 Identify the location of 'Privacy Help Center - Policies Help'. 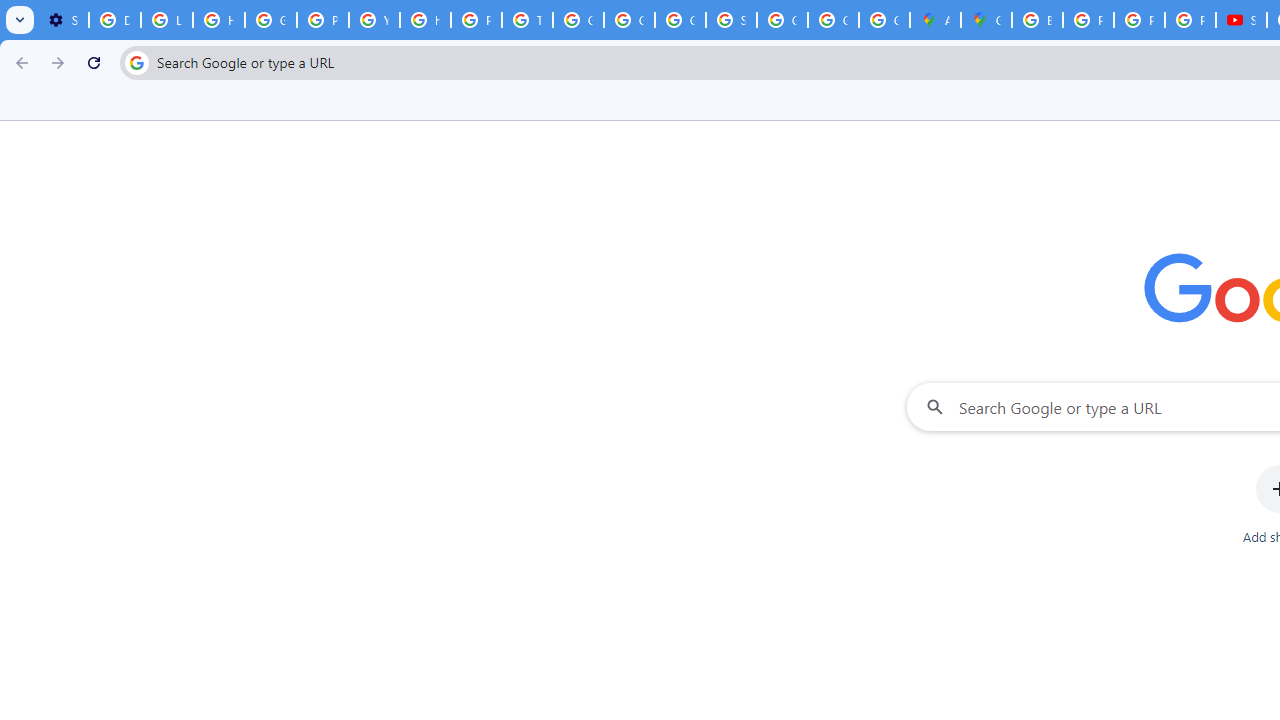
(1139, 20).